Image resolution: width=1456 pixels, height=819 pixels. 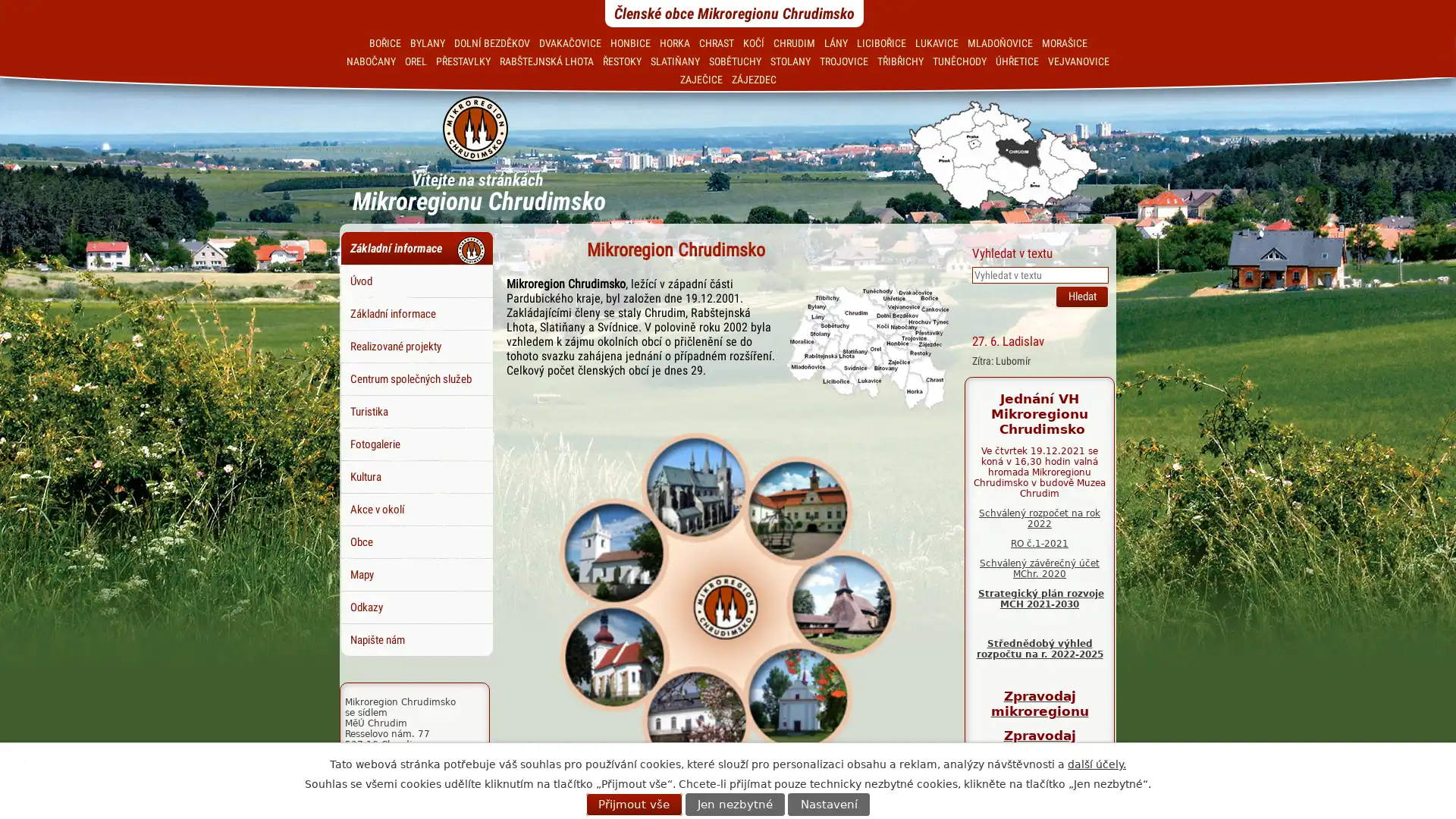 What do you see at coordinates (1081, 296) in the screenshot?
I see `Hledat` at bounding box center [1081, 296].